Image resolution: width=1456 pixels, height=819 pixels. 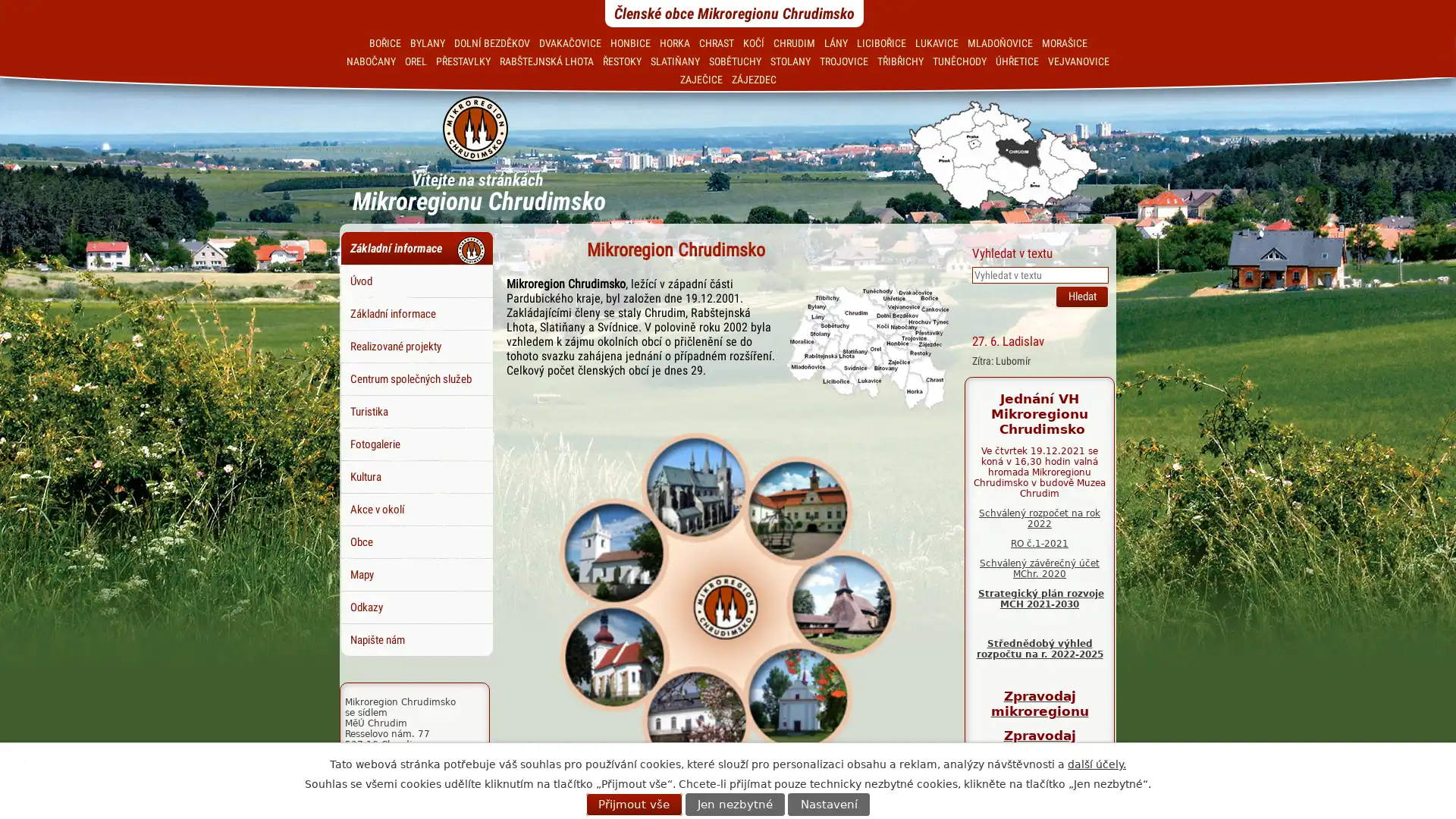 What do you see at coordinates (1081, 296) in the screenshot?
I see `Hledat` at bounding box center [1081, 296].